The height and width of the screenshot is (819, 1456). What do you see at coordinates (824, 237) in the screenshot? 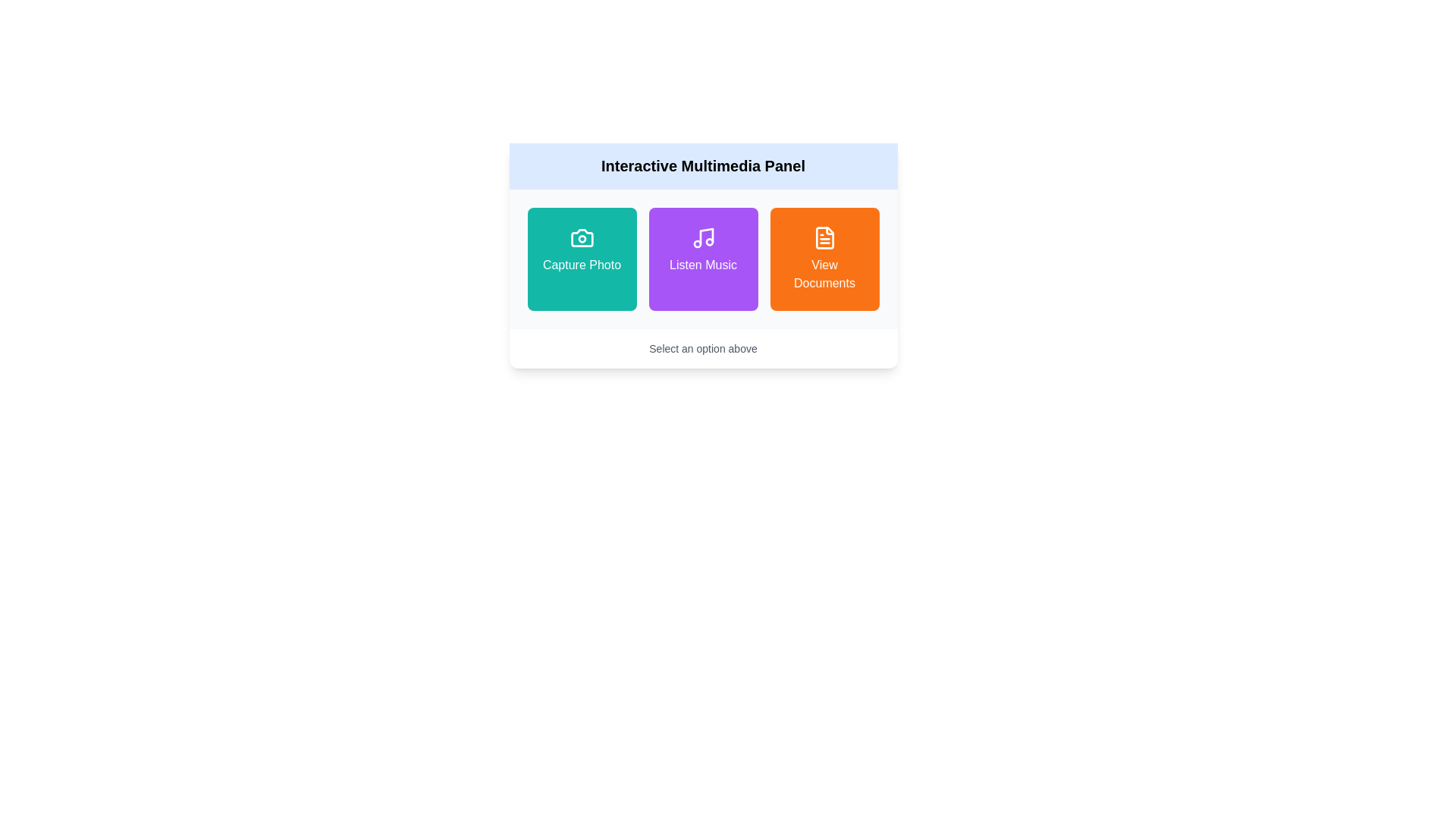
I see `the minimalist file icon with text lines, which is located at the center of the orange 'View Documents' button` at bounding box center [824, 237].